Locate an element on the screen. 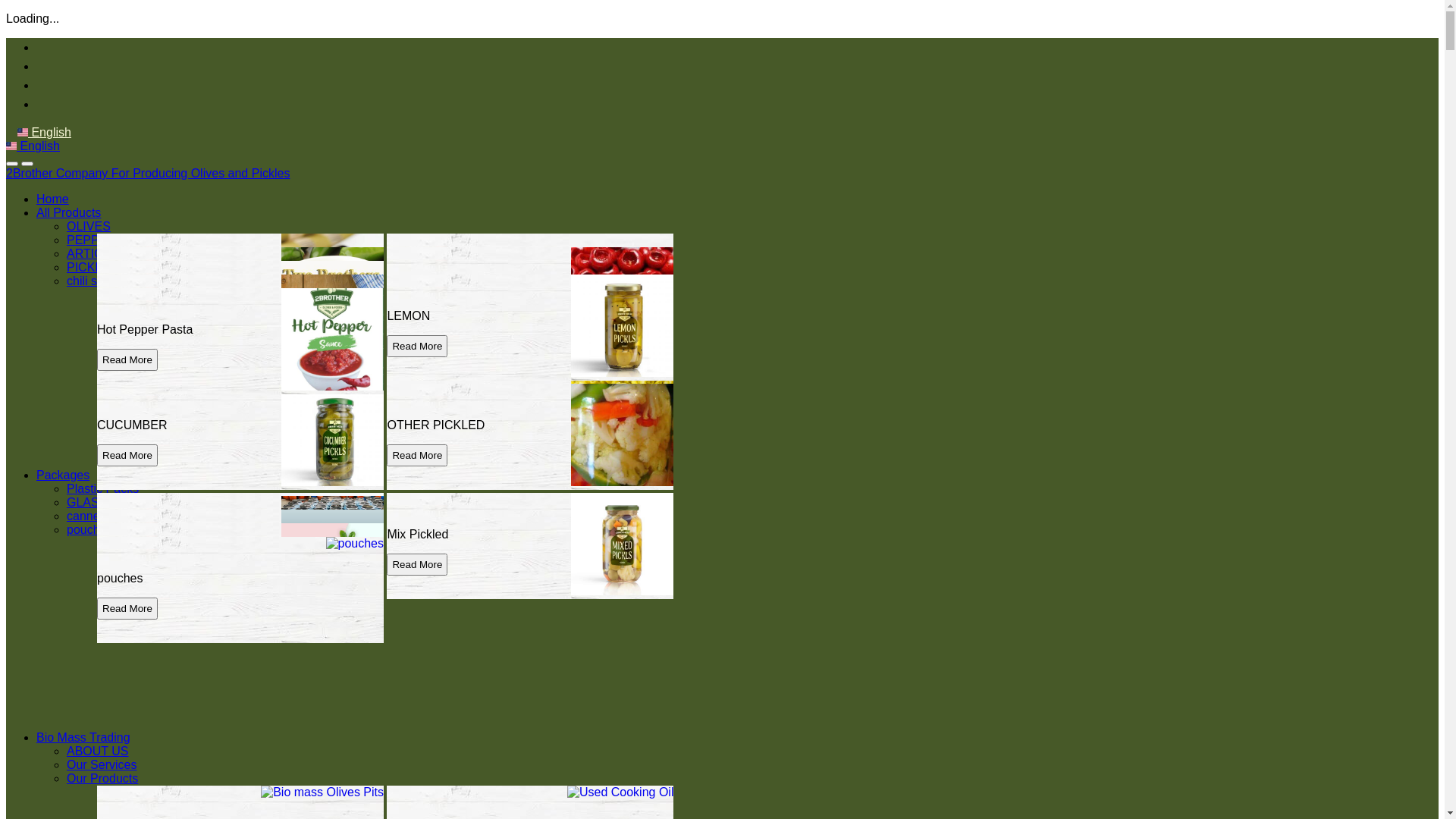 This screenshot has height=819, width=1456. 'Read More' is located at coordinates (417, 305).